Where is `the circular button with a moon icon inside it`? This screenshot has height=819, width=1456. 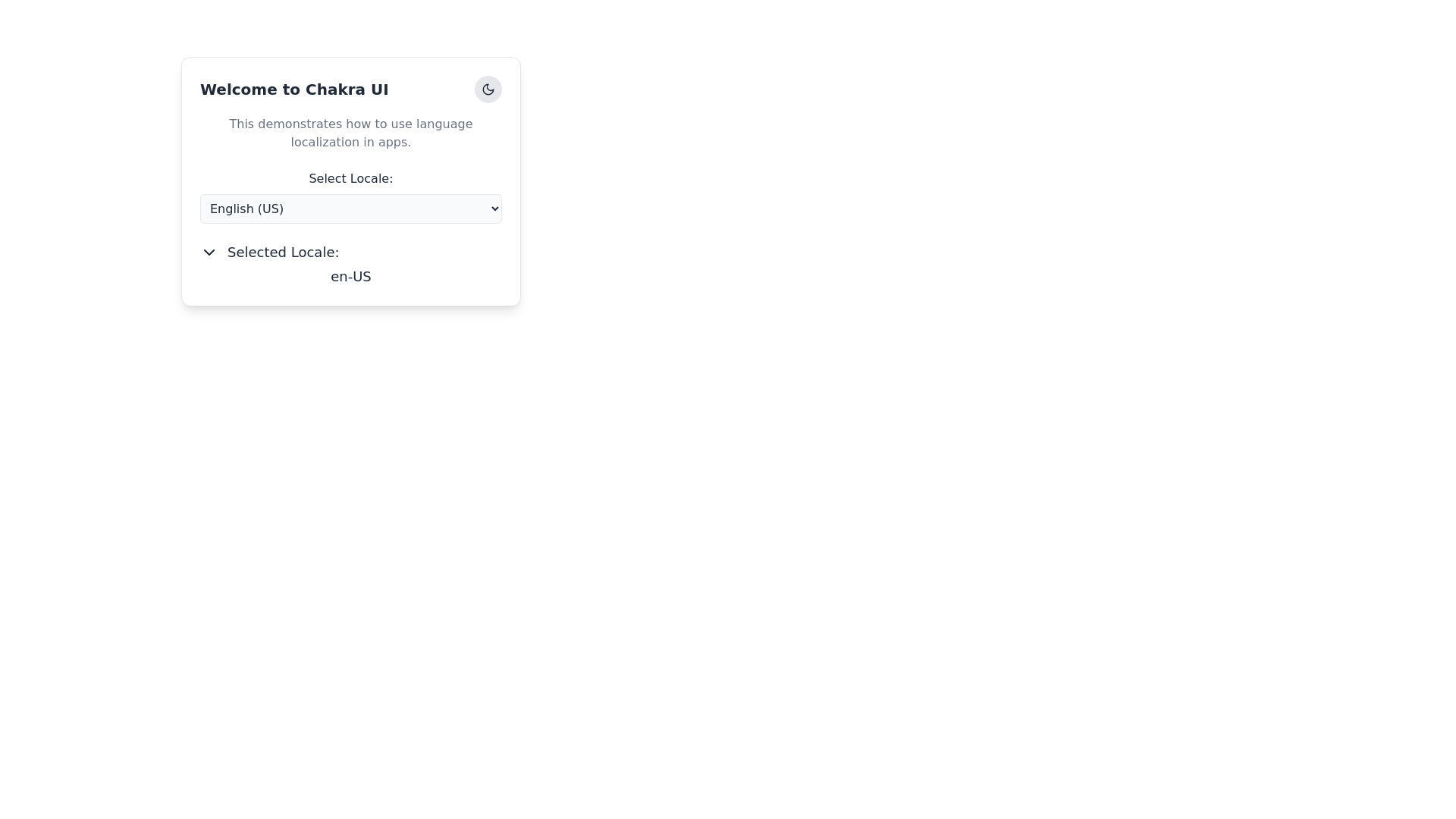
the circular button with a moon icon inside it is located at coordinates (488, 89).